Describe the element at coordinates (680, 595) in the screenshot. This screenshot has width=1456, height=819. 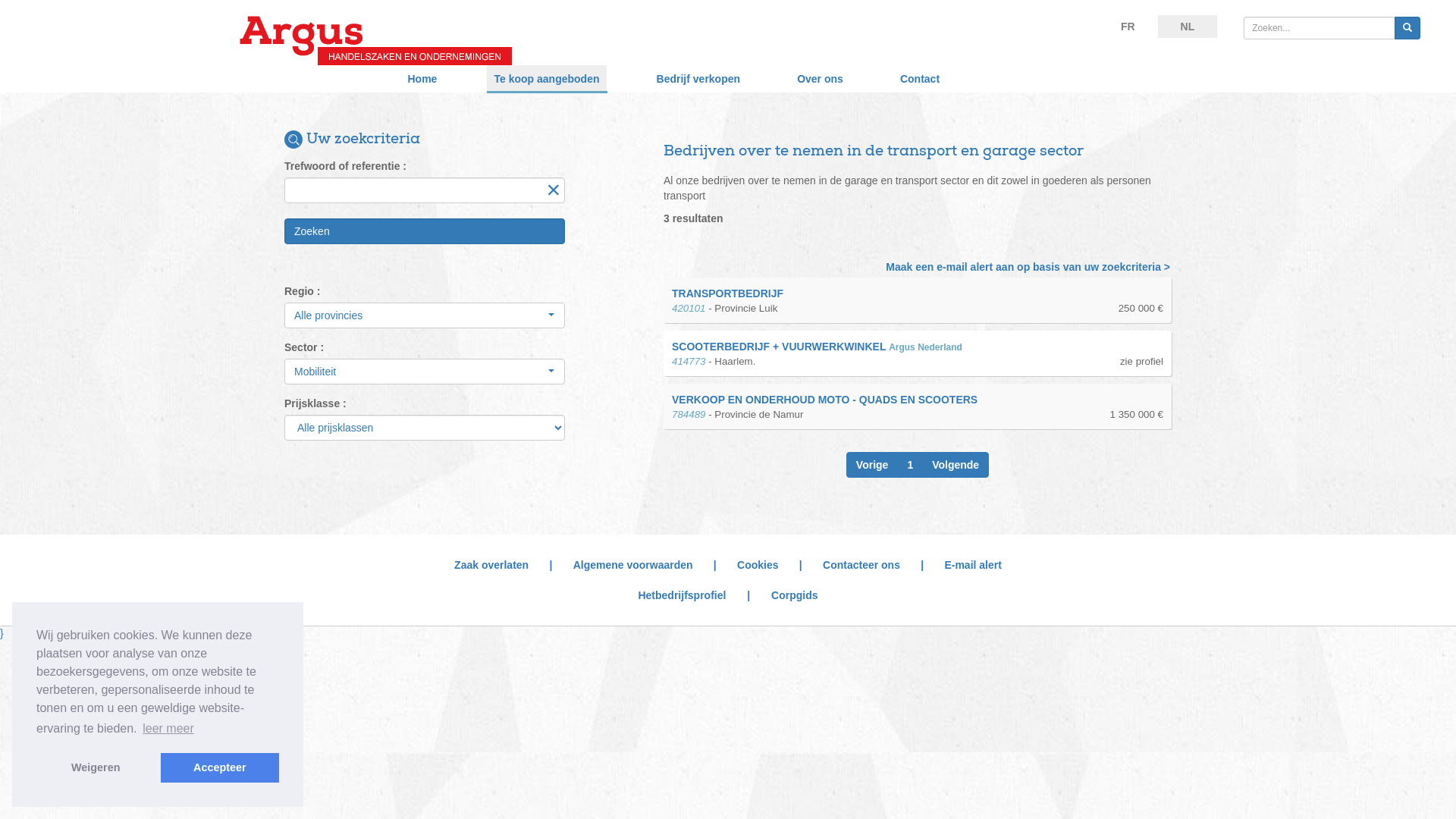
I see `'Hetbedrijfsprofiel'` at that location.